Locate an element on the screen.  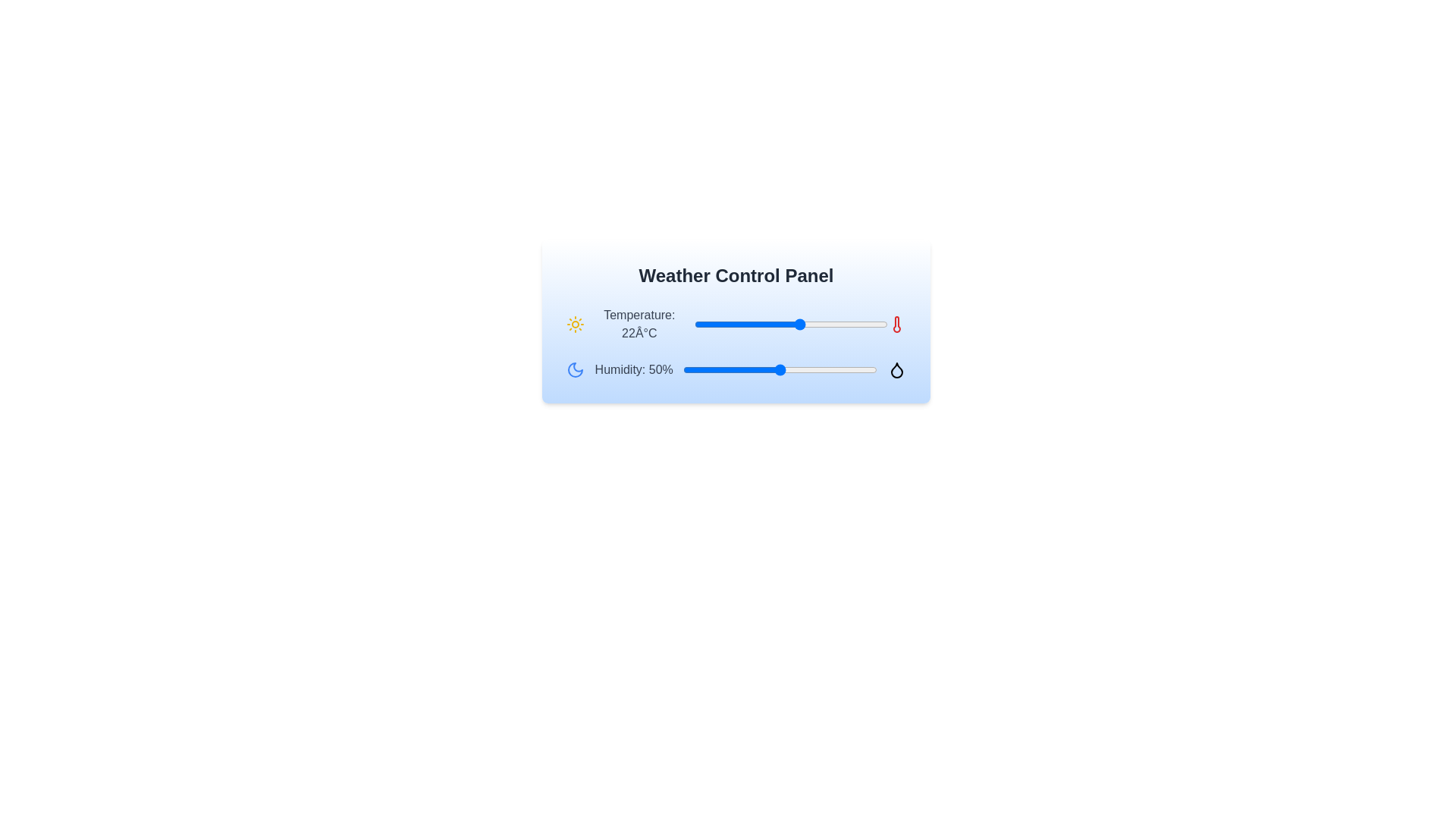
the humidity slider to set the humidity to 99% is located at coordinates (875, 370).